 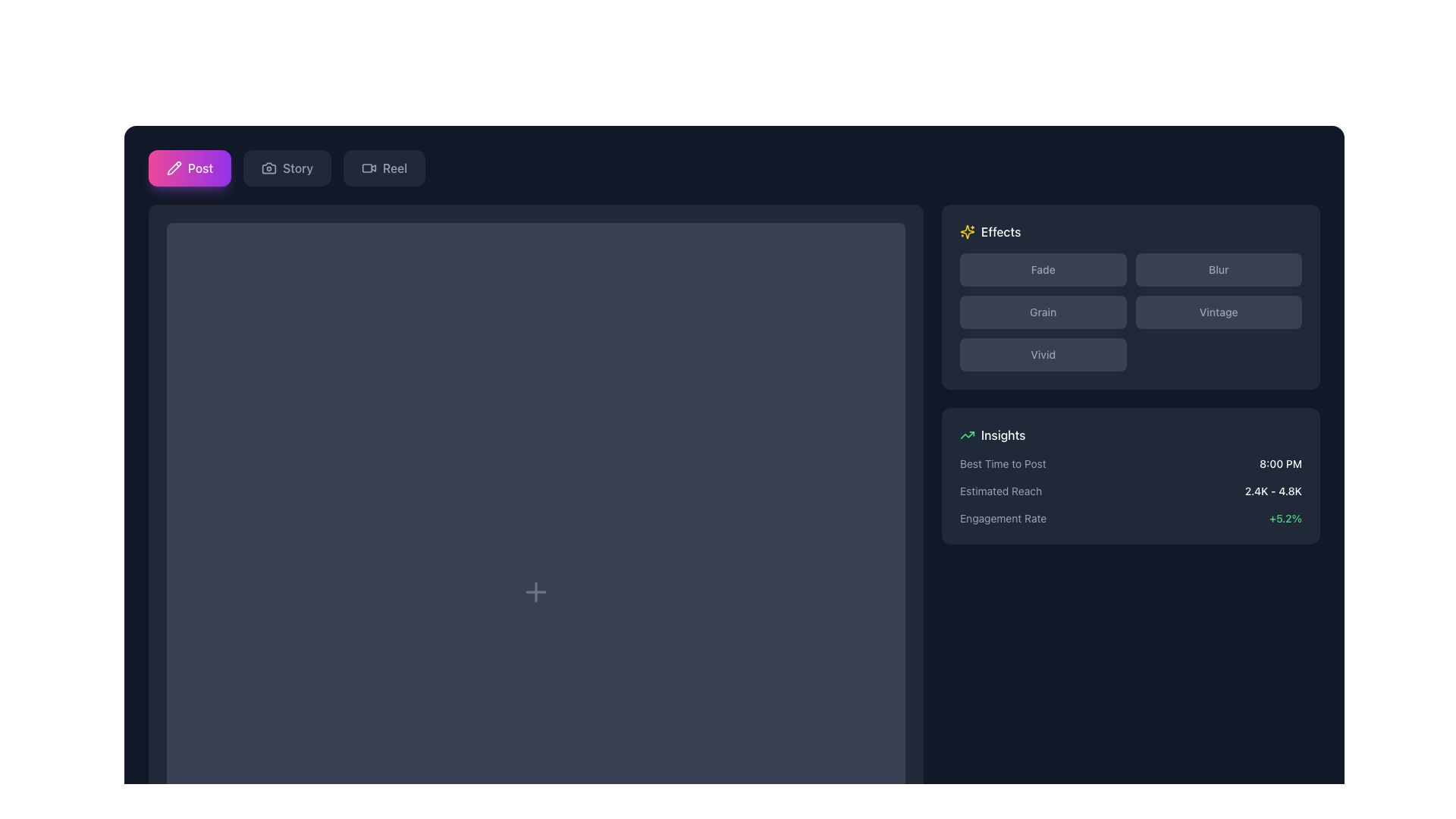 What do you see at coordinates (367, 168) in the screenshot?
I see `the filled rectangular shape with rounded corners that is part of the video icon, located between the 'Story' button and the 'Reel' button` at bounding box center [367, 168].